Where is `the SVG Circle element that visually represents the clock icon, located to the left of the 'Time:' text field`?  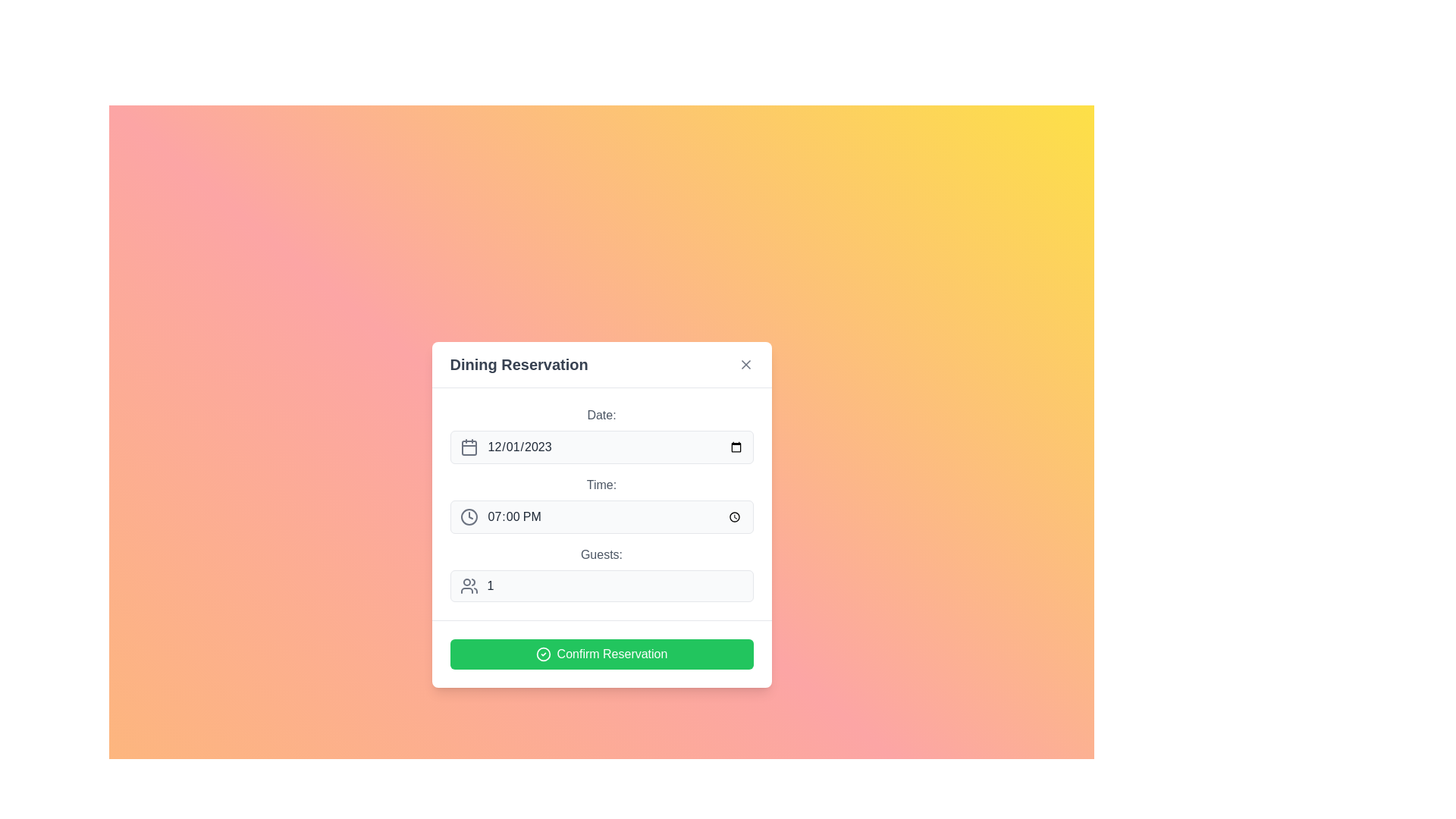
the SVG Circle element that visually represents the clock icon, located to the left of the 'Time:' text field is located at coordinates (468, 516).